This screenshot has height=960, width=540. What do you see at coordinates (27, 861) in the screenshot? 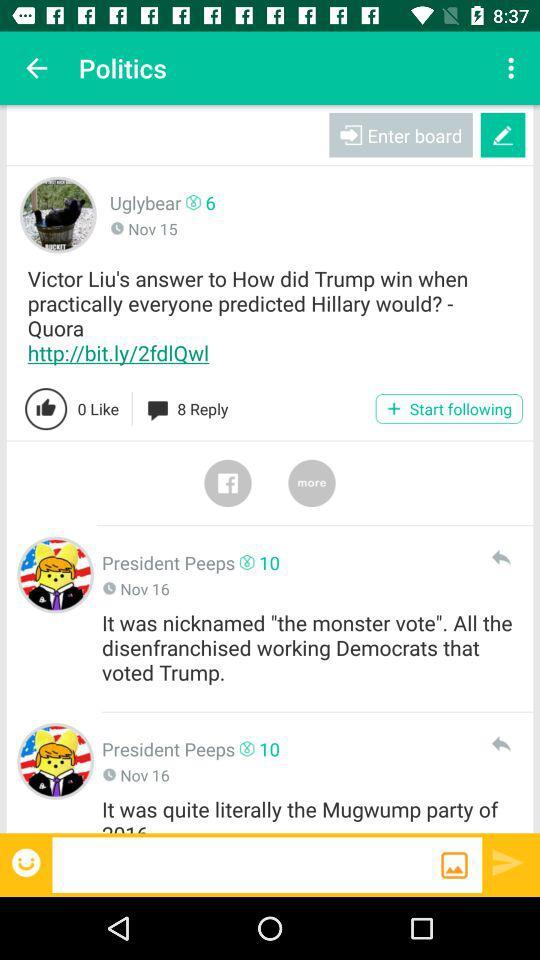
I see `share the emoji` at bounding box center [27, 861].